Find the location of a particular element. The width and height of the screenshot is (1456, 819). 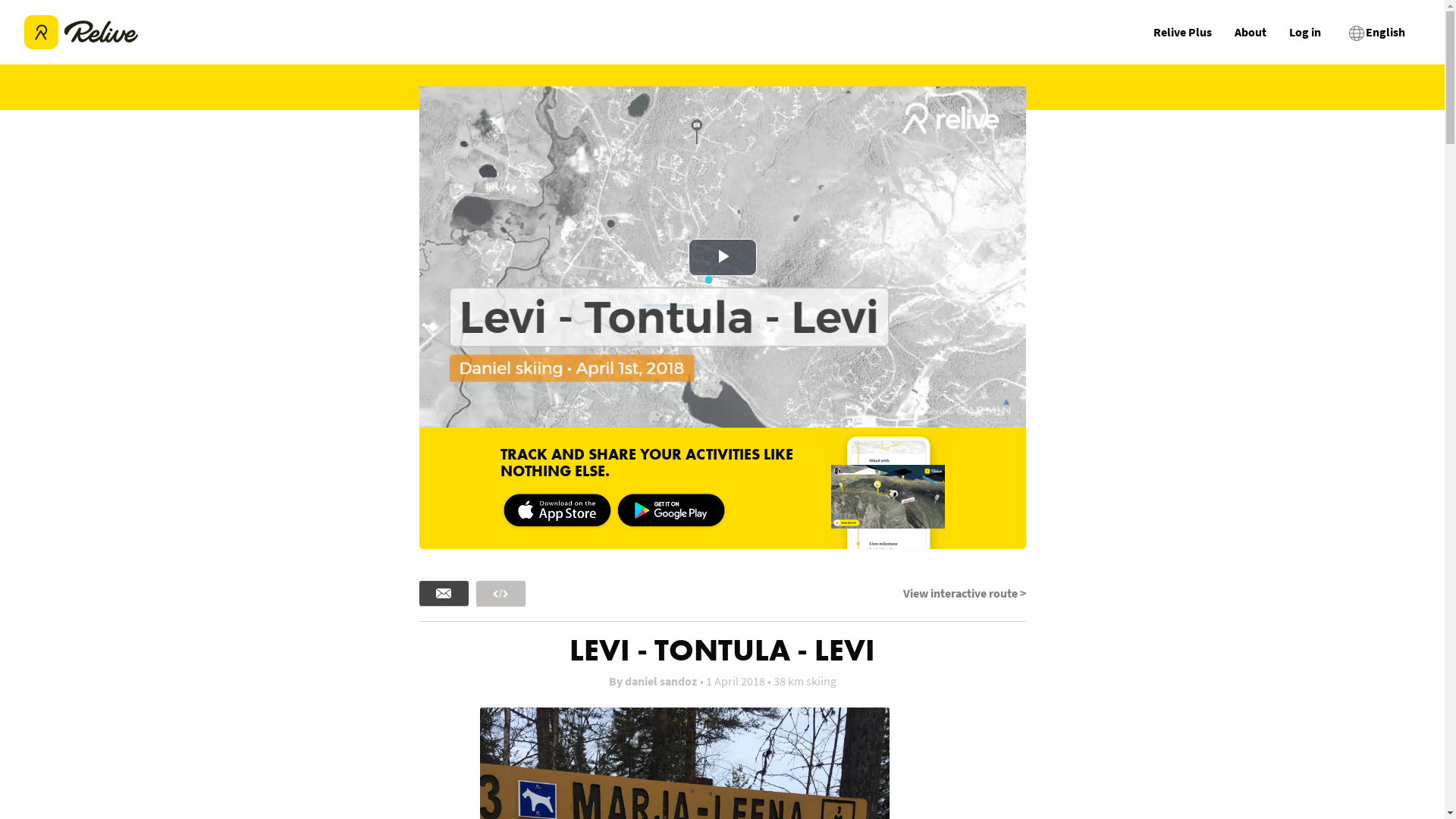

'Play Video' is located at coordinates (687, 256).